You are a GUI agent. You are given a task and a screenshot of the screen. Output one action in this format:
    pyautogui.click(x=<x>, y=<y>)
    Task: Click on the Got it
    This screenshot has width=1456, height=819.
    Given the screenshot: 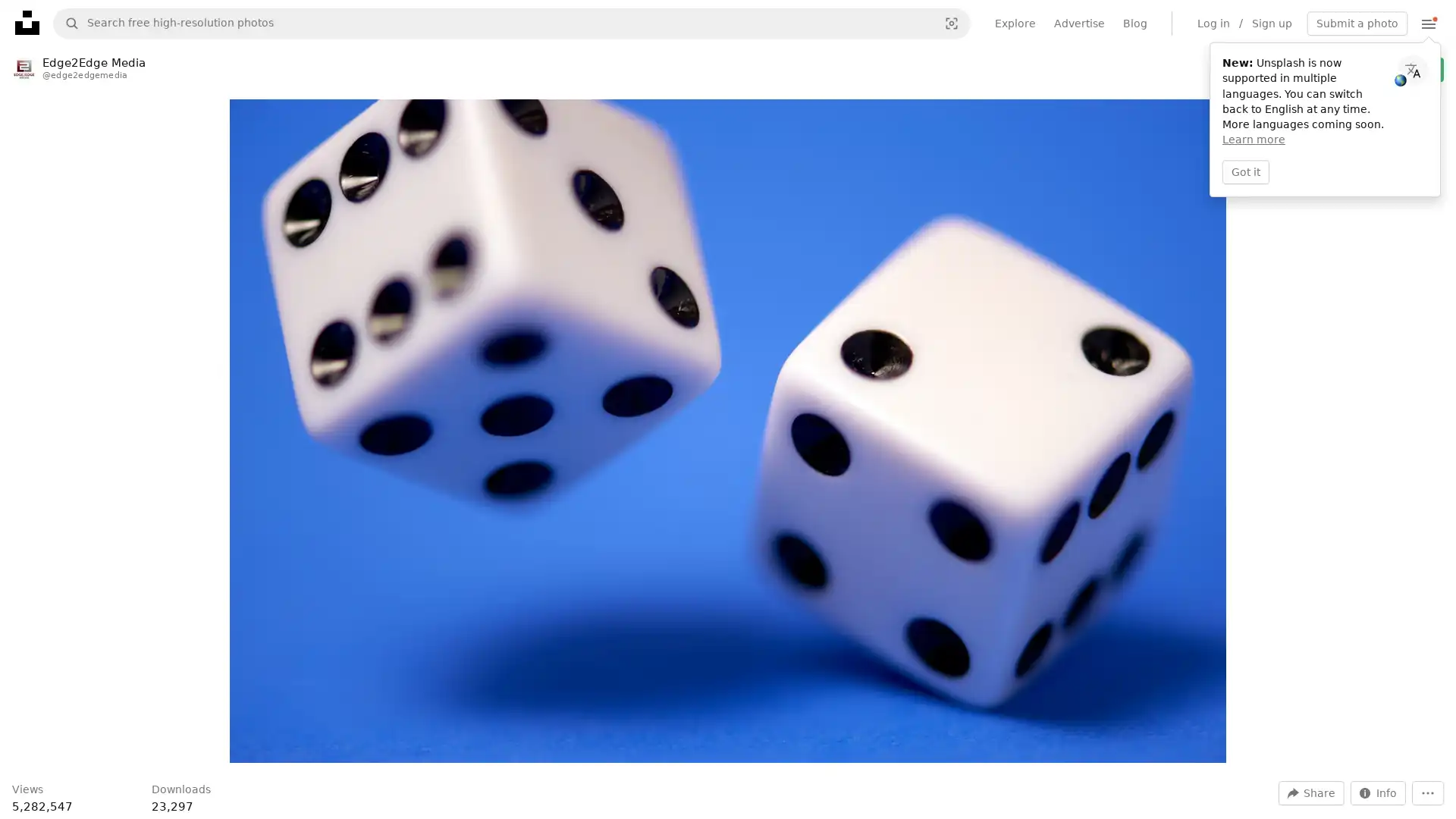 What is the action you would take?
    pyautogui.click(x=1245, y=171)
    